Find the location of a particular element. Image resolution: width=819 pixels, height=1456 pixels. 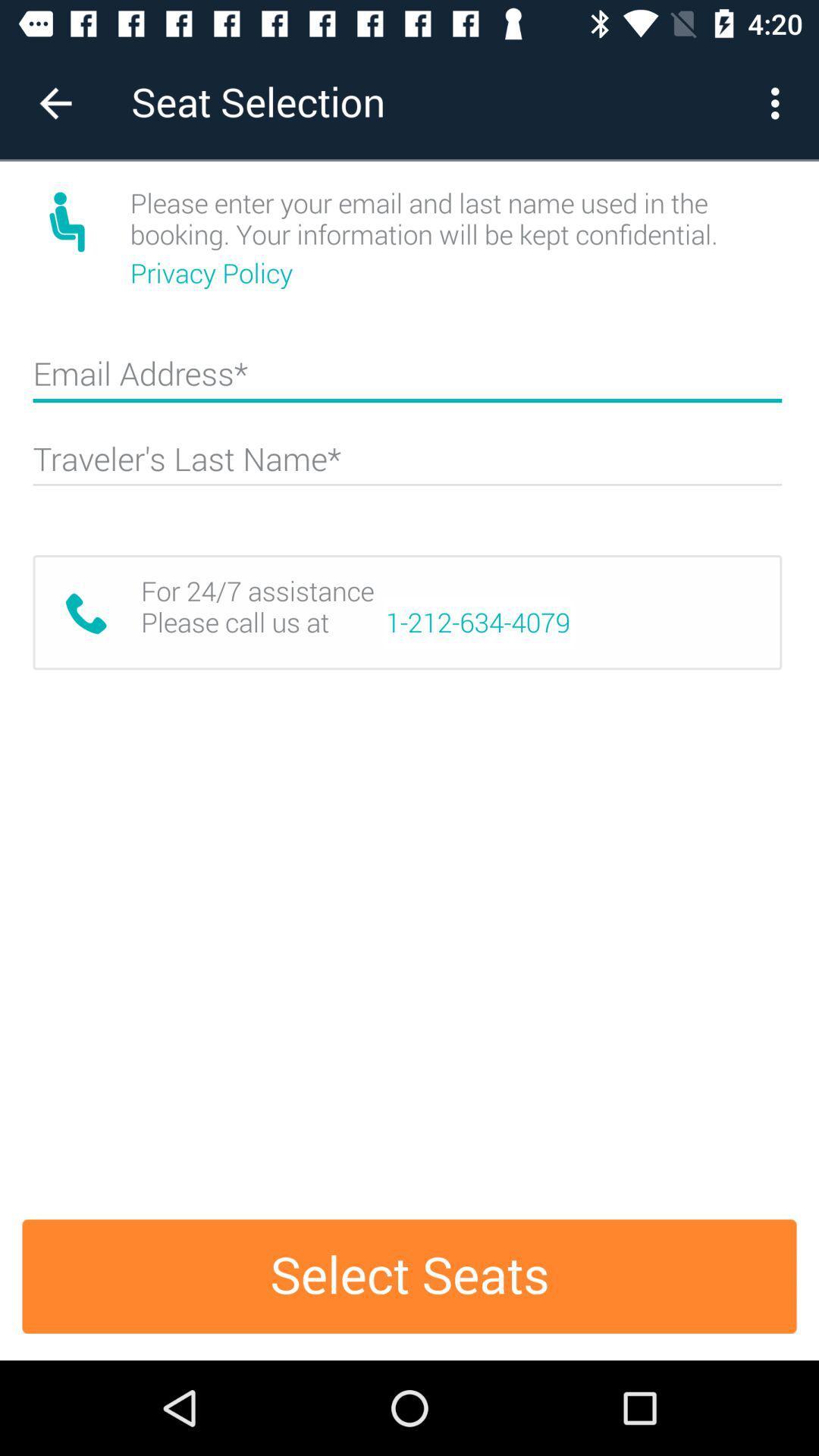

the 1 212 634 is located at coordinates (478, 623).